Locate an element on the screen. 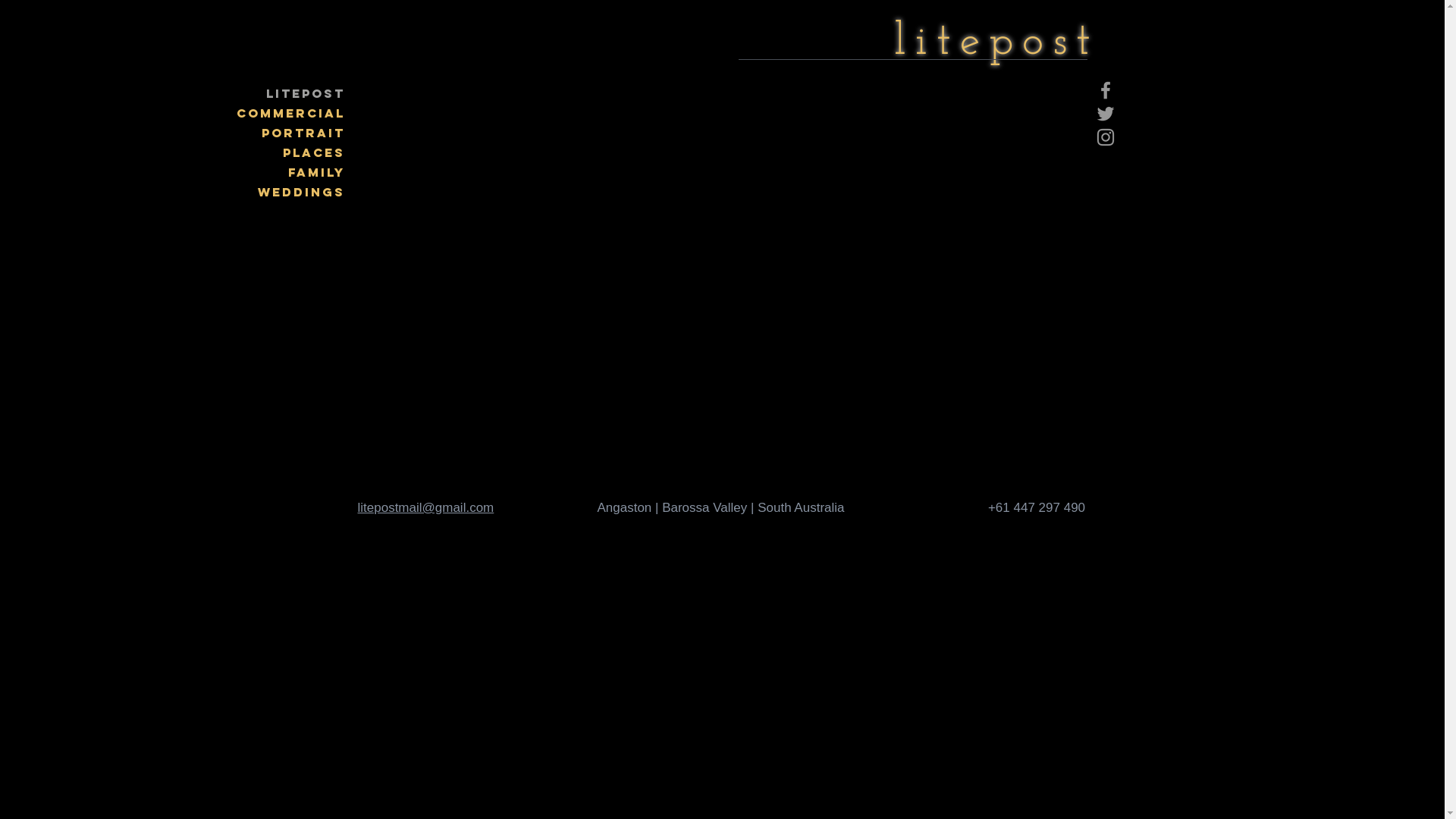 This screenshot has height=819, width=1456. 'litepost' is located at coordinates (996, 42).